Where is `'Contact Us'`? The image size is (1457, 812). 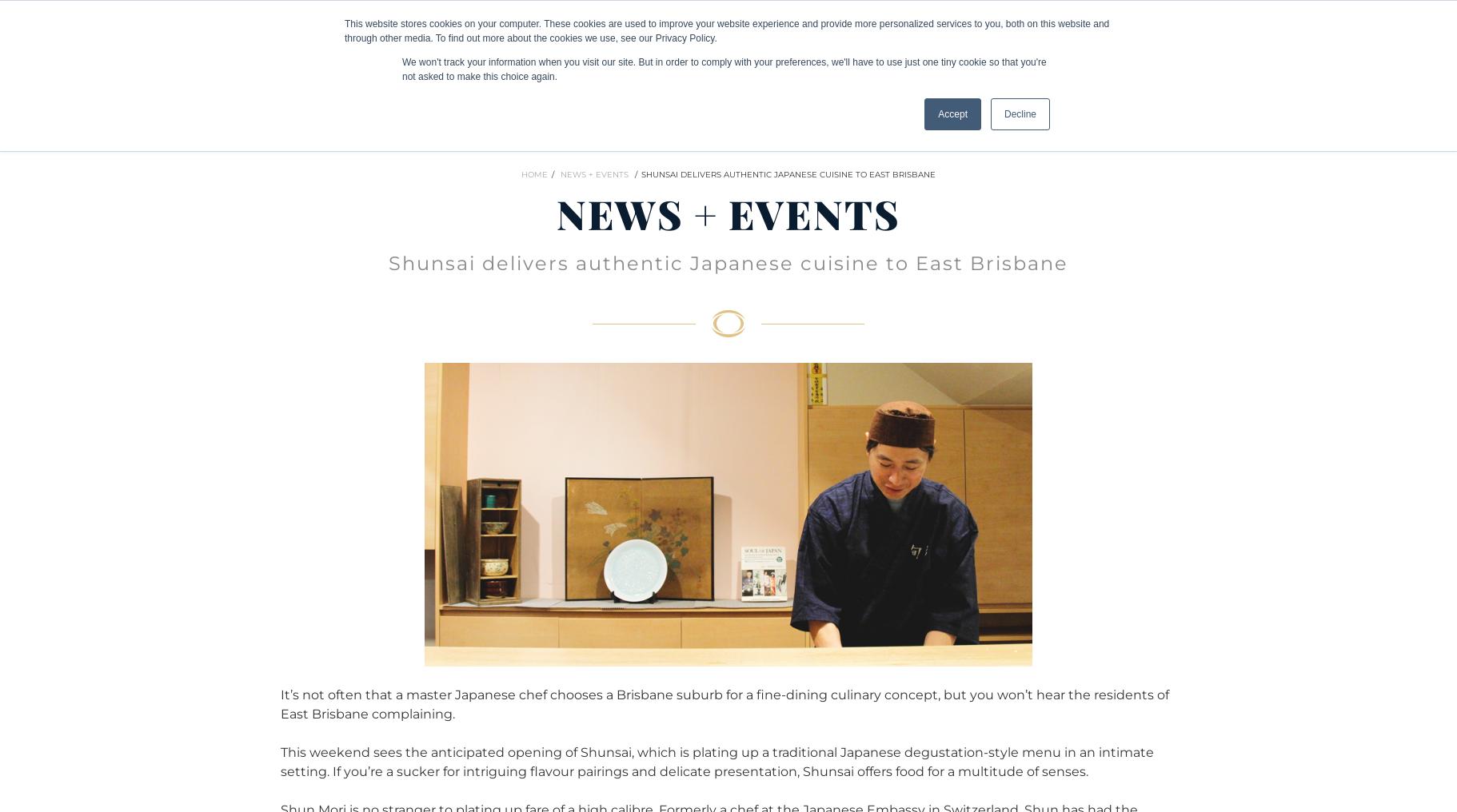
'Contact Us' is located at coordinates (1331, 30).